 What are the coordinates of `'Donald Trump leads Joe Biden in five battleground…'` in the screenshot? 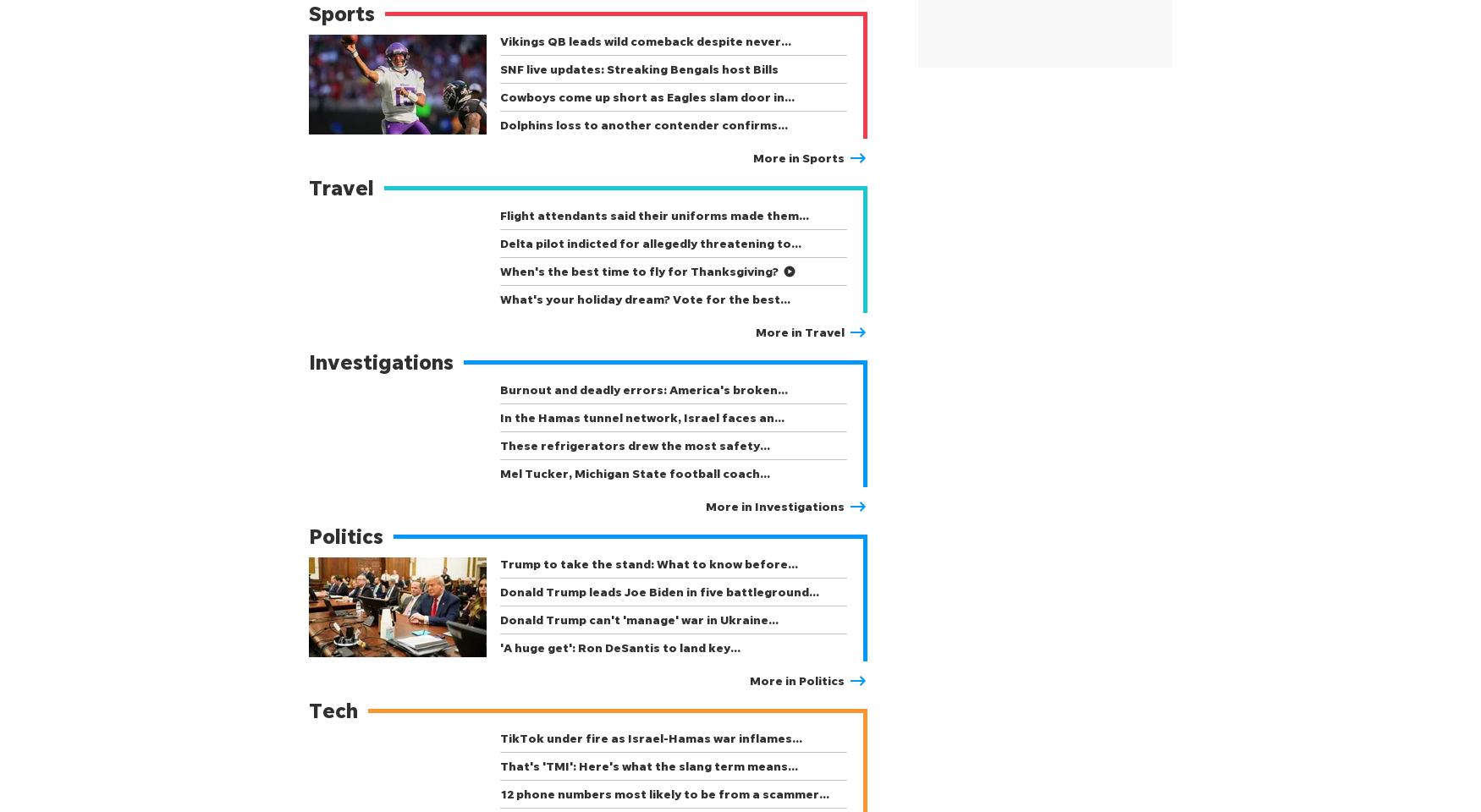 It's located at (658, 591).